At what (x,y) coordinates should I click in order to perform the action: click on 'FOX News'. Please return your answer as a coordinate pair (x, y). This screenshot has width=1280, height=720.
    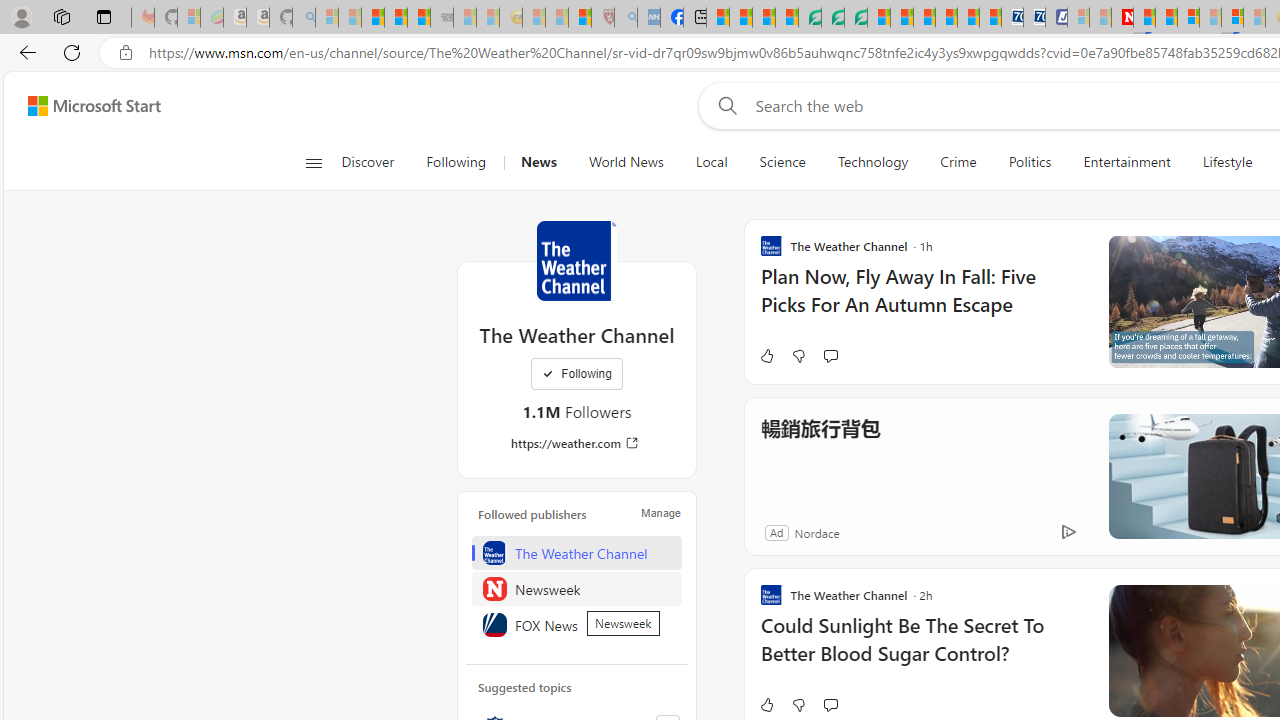
    Looking at the image, I should click on (576, 623).